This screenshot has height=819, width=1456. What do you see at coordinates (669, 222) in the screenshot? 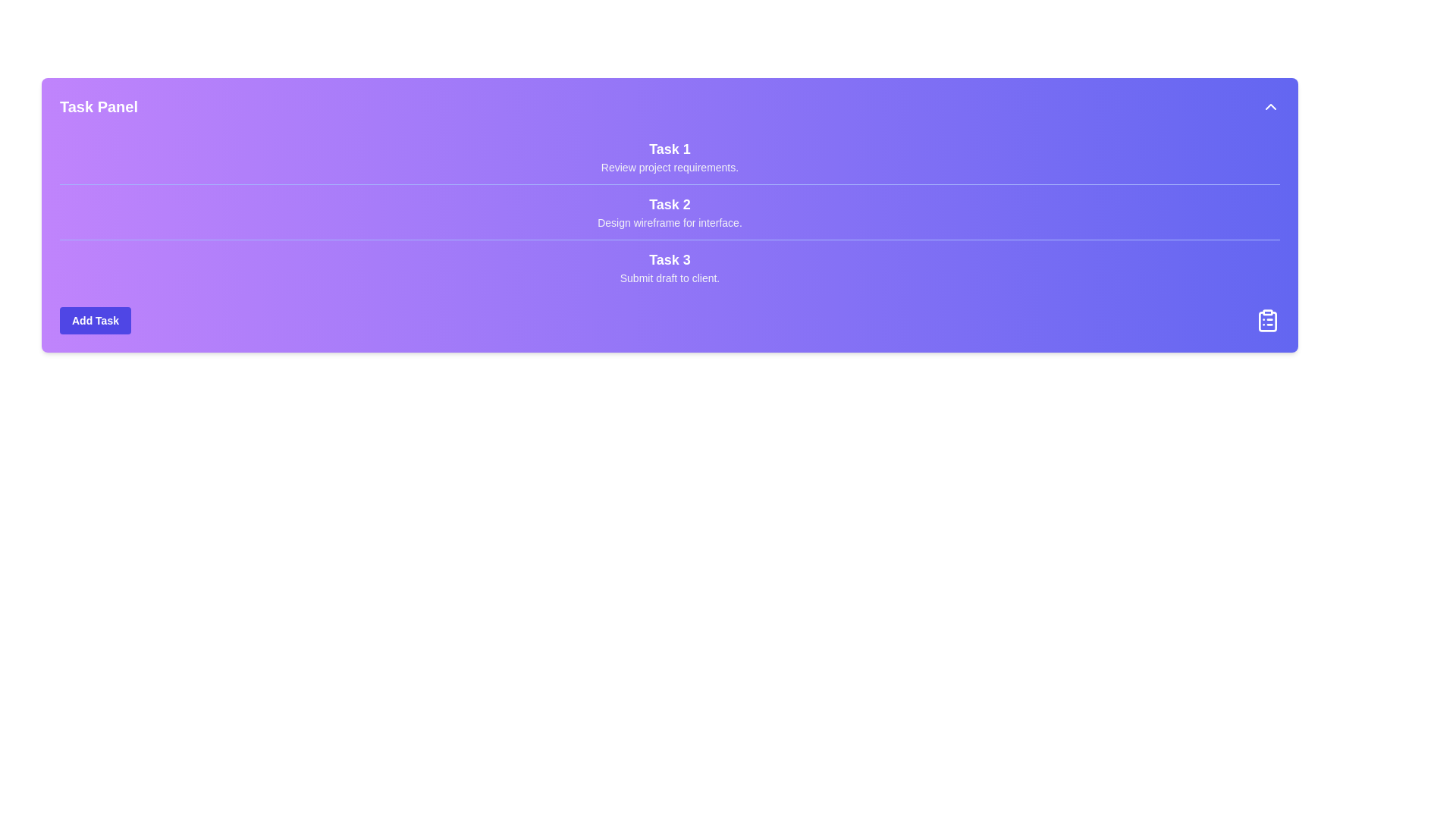
I see `the text label providing a description for 'Task 2', which is located below the 'Task 2' heading and above the next task entry` at bounding box center [669, 222].